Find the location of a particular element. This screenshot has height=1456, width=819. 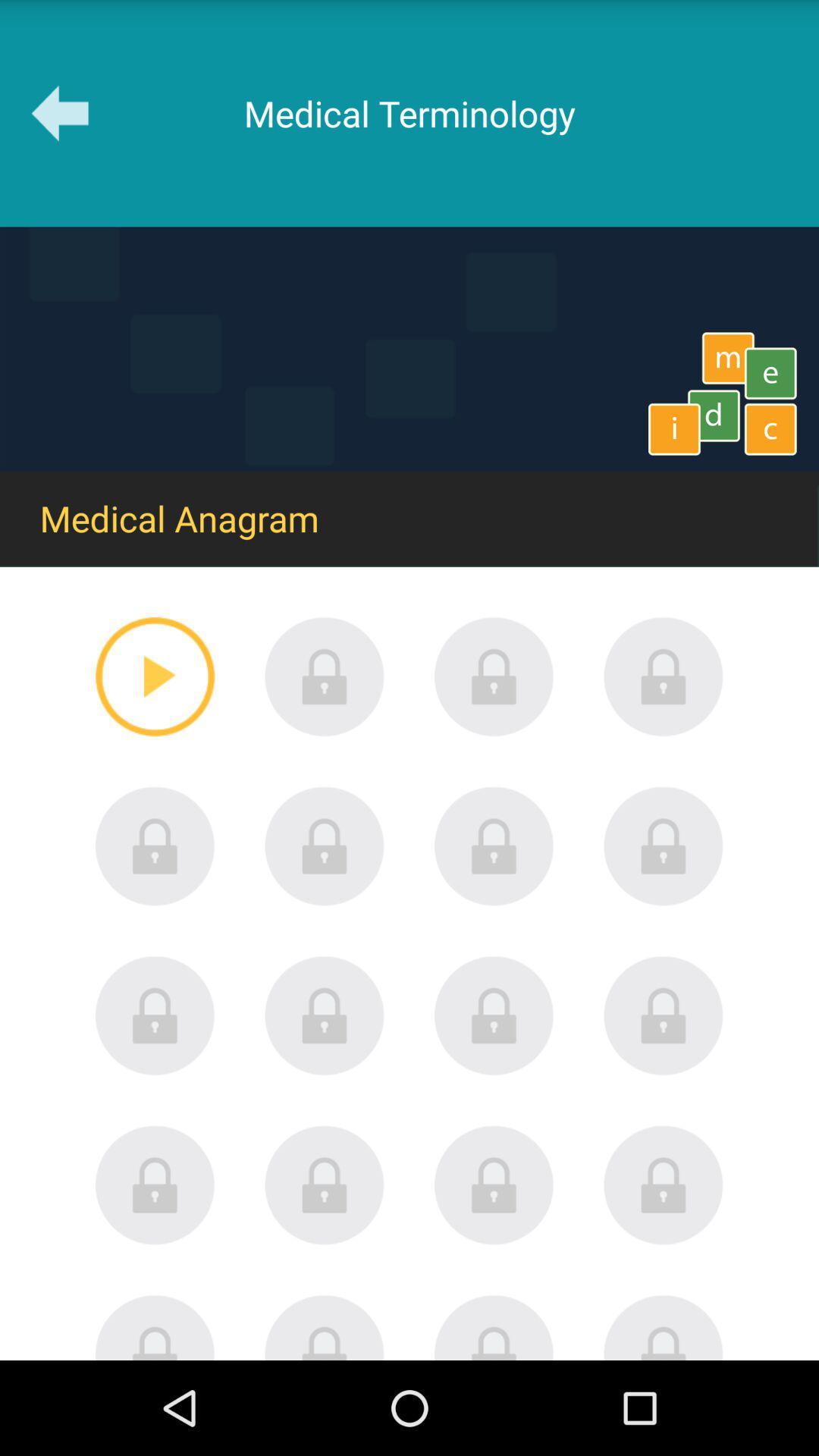

the avatar icon is located at coordinates (155, 1420).